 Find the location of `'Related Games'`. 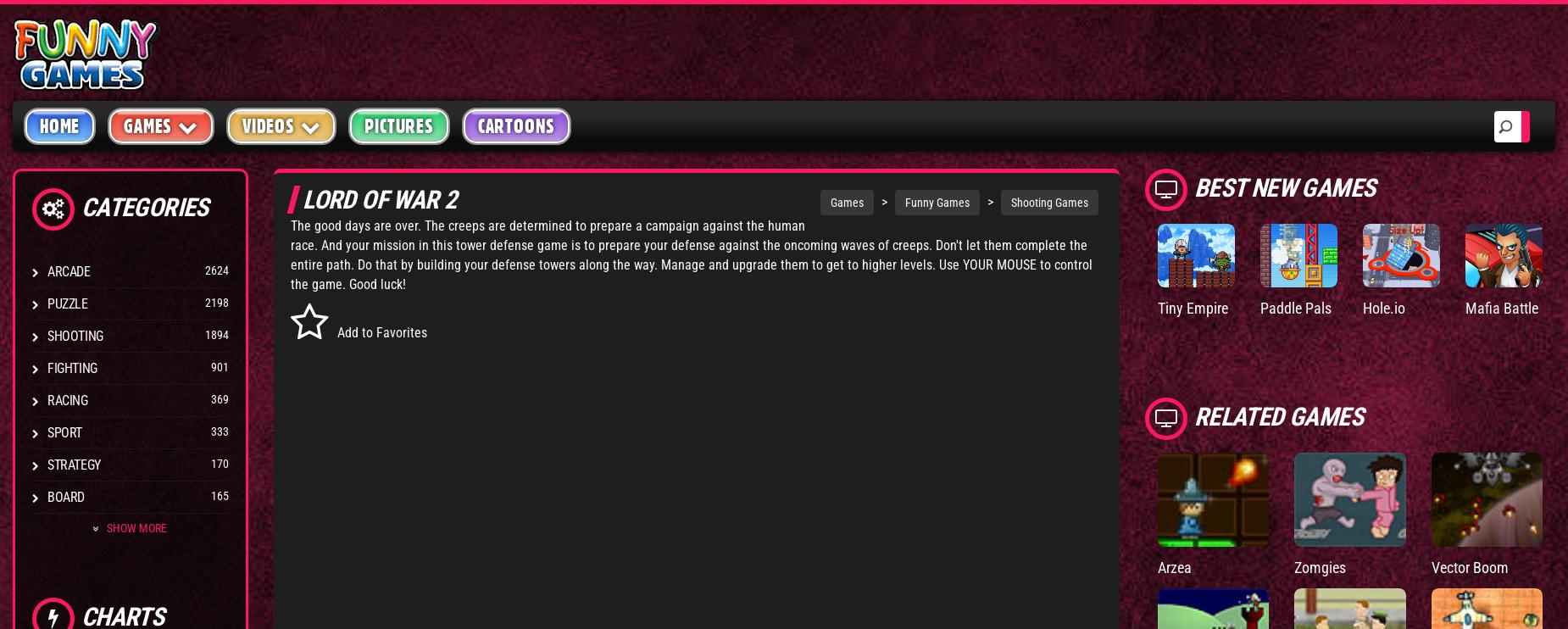

'Related Games' is located at coordinates (1281, 415).